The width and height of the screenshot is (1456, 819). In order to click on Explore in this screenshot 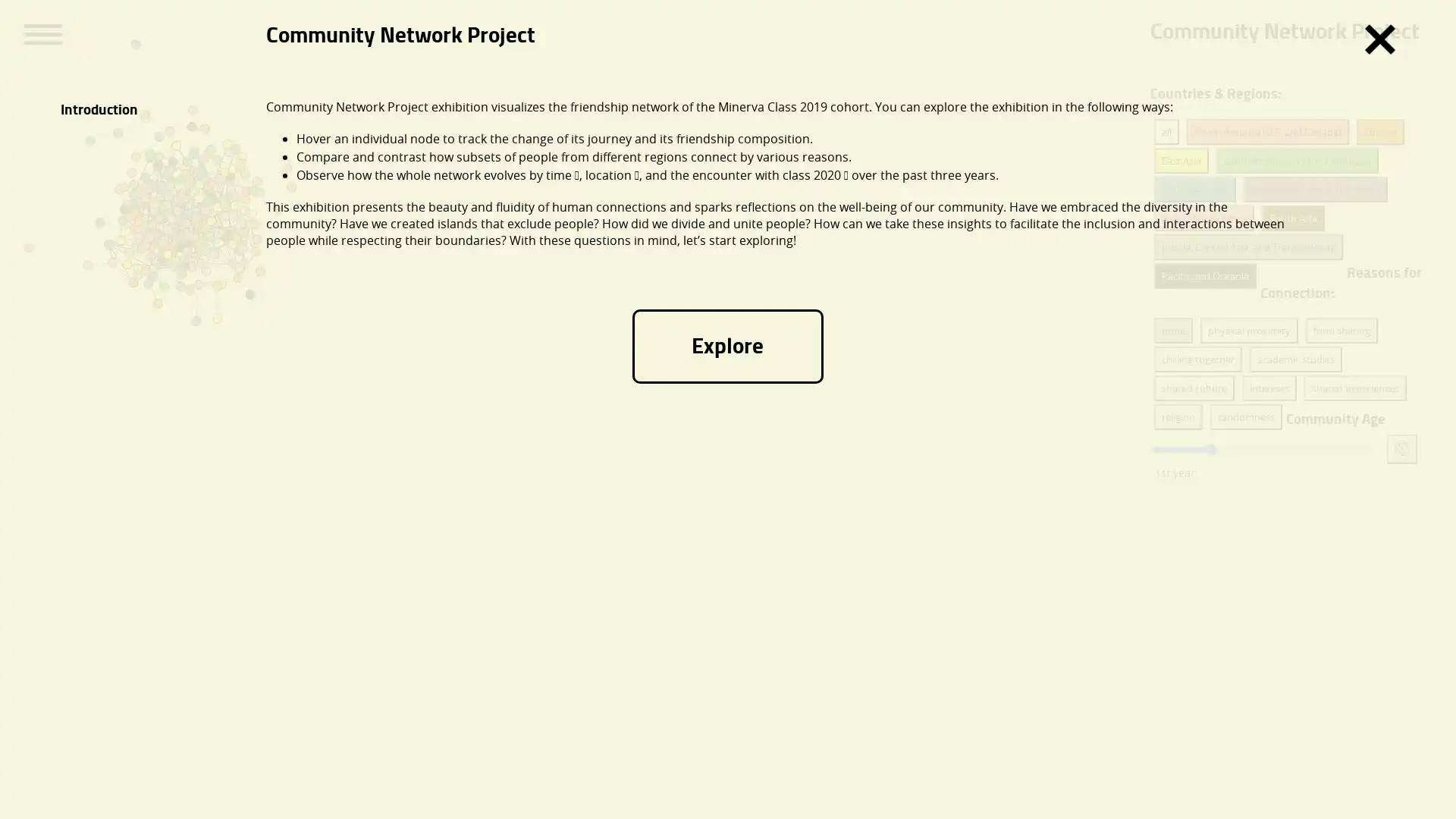, I will do `click(726, 346)`.